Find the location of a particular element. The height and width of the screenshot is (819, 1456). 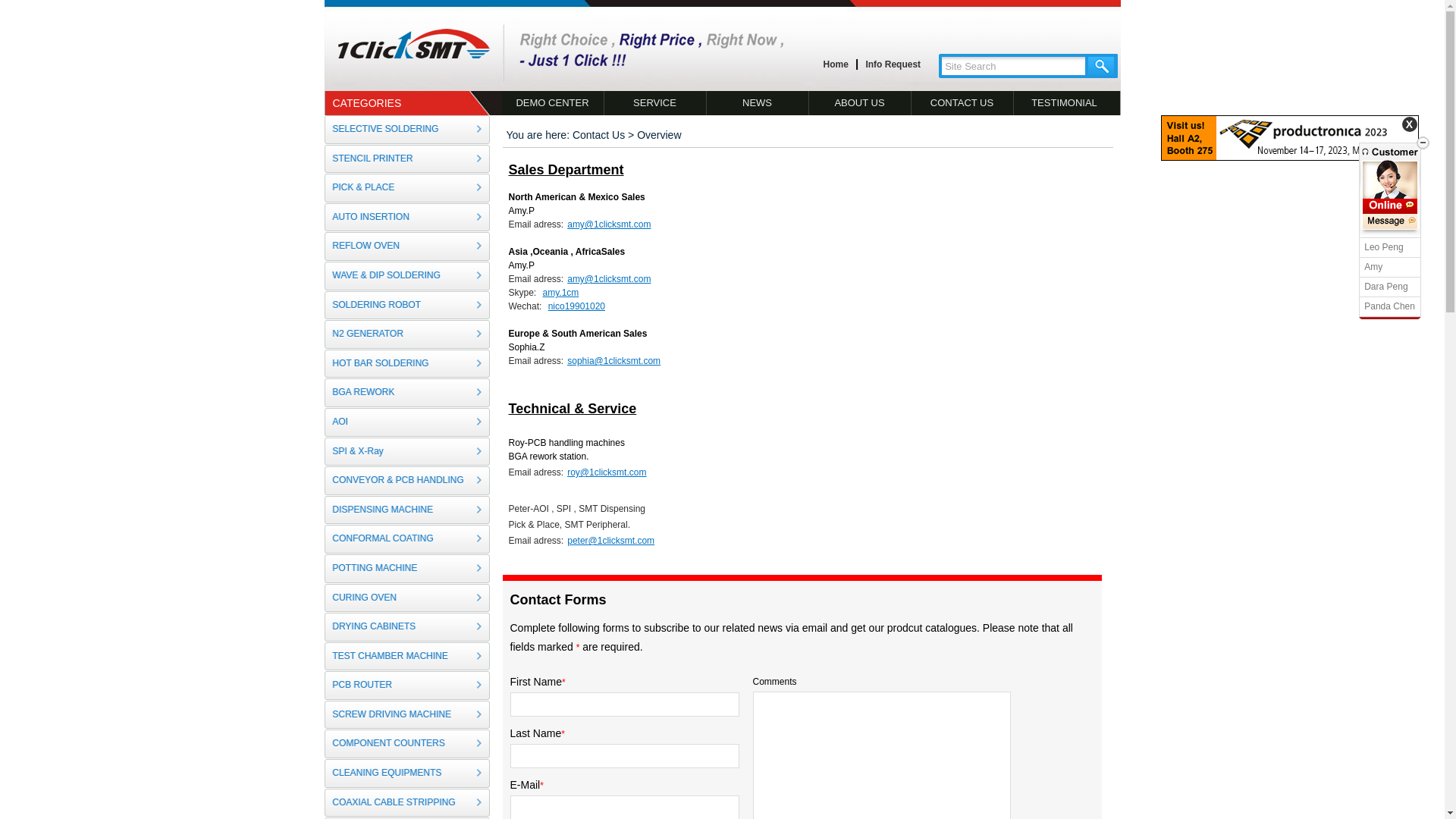

'*' is located at coordinates (563, 681).